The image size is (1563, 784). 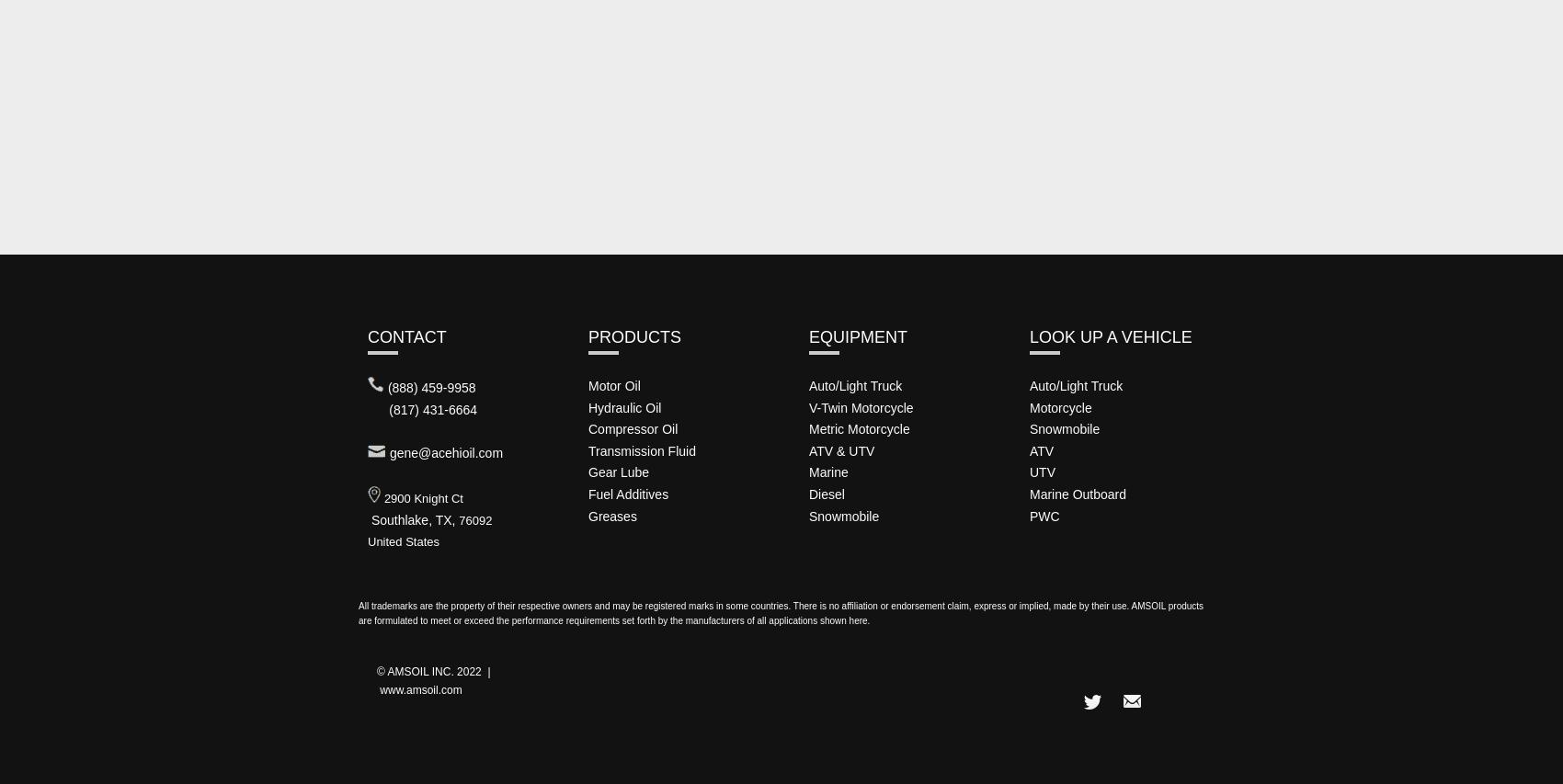 What do you see at coordinates (808, 428) in the screenshot?
I see `'Metric Motorcycle'` at bounding box center [808, 428].